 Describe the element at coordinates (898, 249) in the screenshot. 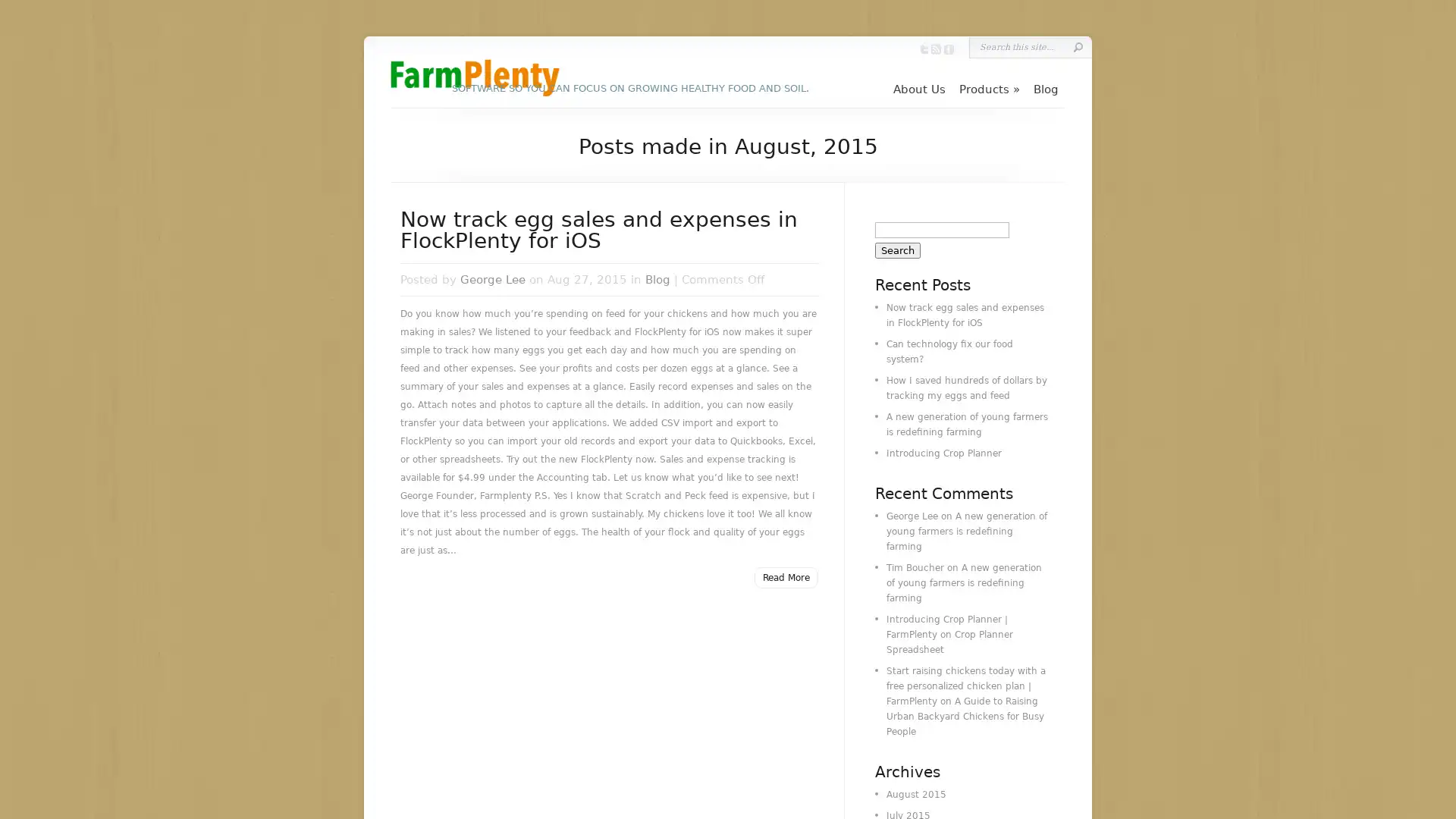

I see `Search` at that location.